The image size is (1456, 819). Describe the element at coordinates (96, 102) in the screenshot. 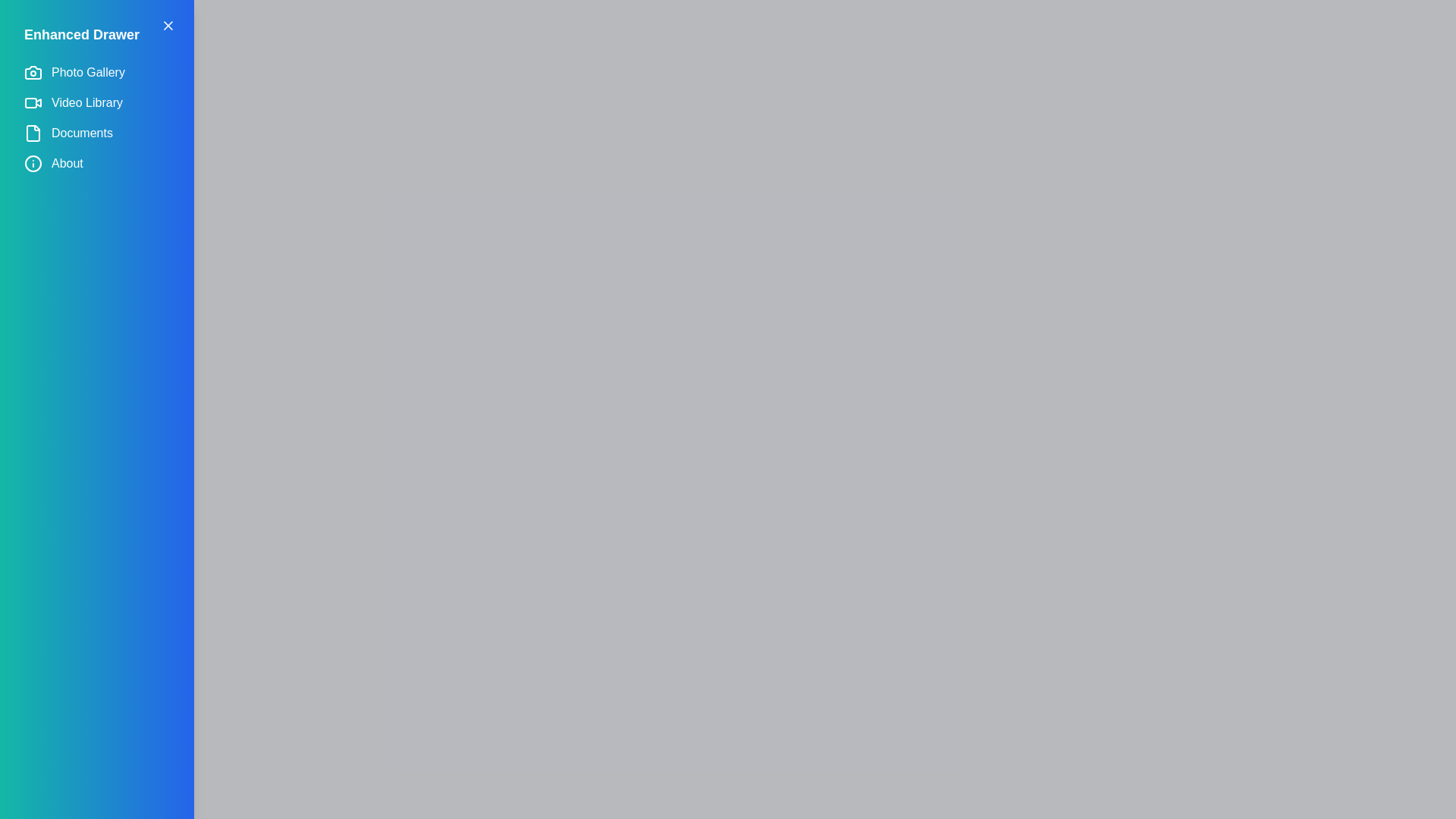

I see `the 'Video Library' menu item located in the vertical navigation drawer, which is the second entry below 'Photo Gallery' and above 'Documents'` at that location.